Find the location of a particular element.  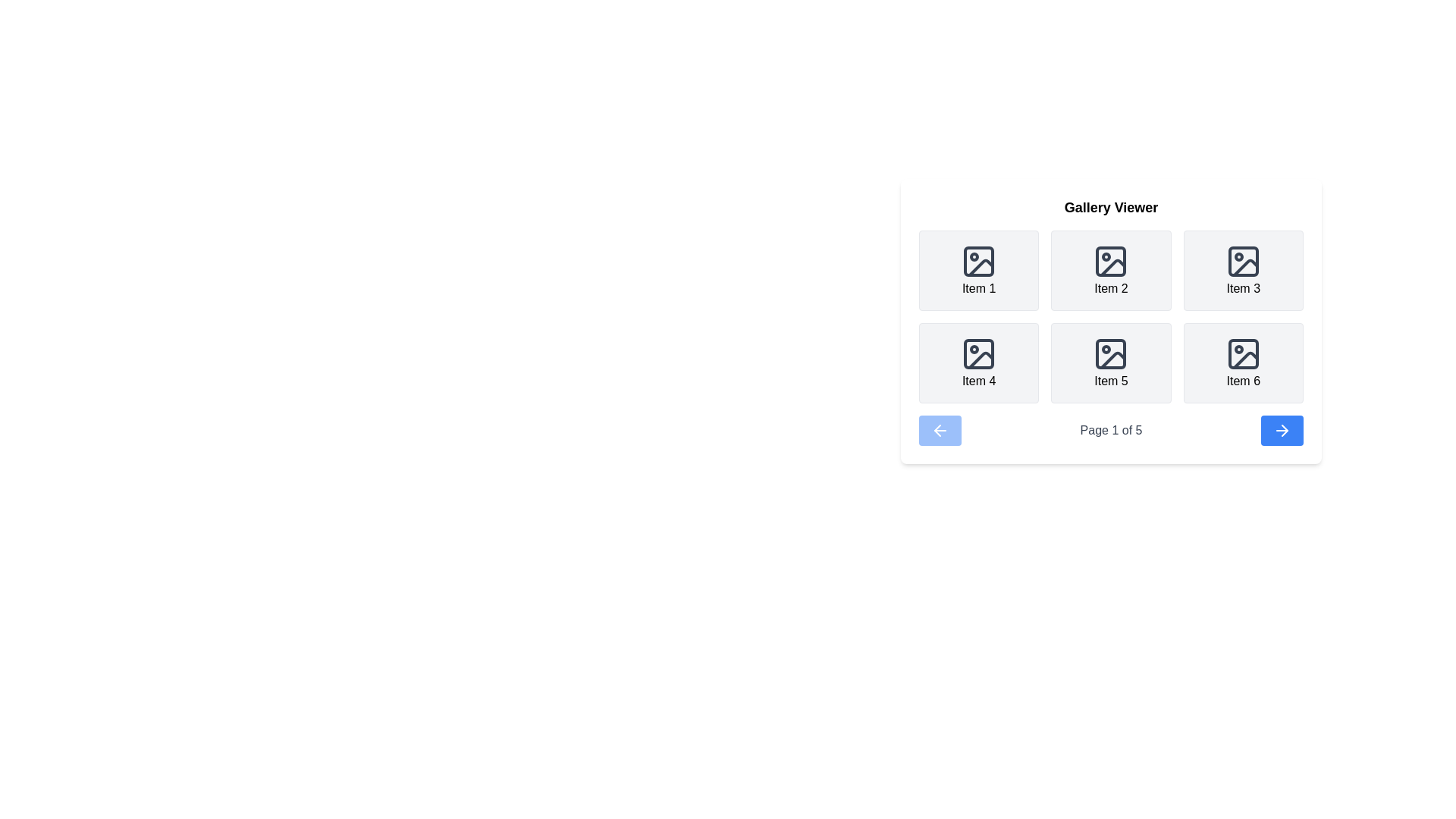

the decorative shape located in the upper-left corner of the image icon for 'Item 4' in the second row of the gallery viewer grid is located at coordinates (979, 353).